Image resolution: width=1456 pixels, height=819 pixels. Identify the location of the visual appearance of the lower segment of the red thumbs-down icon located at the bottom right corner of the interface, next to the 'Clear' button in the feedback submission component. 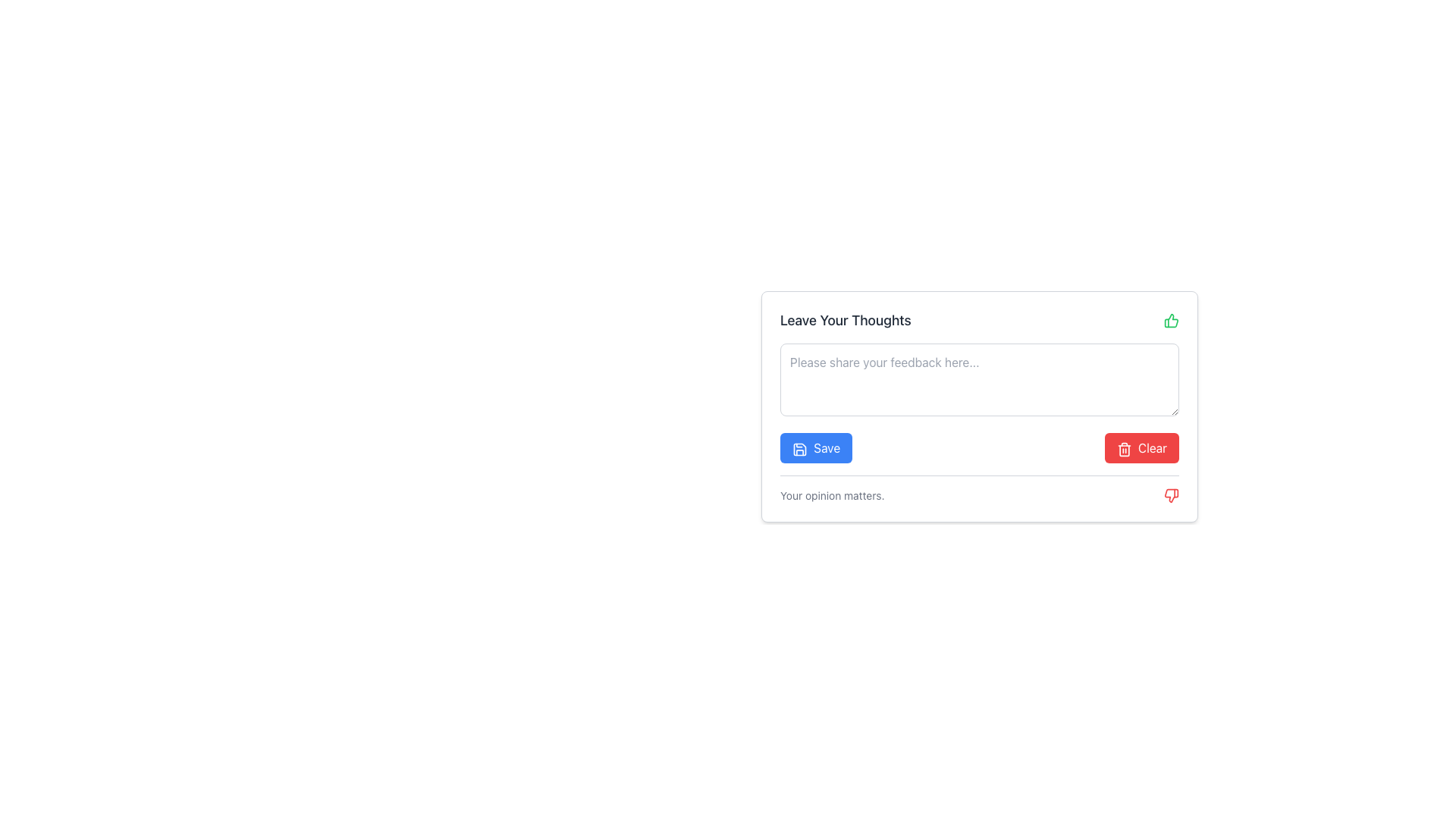
(1171, 496).